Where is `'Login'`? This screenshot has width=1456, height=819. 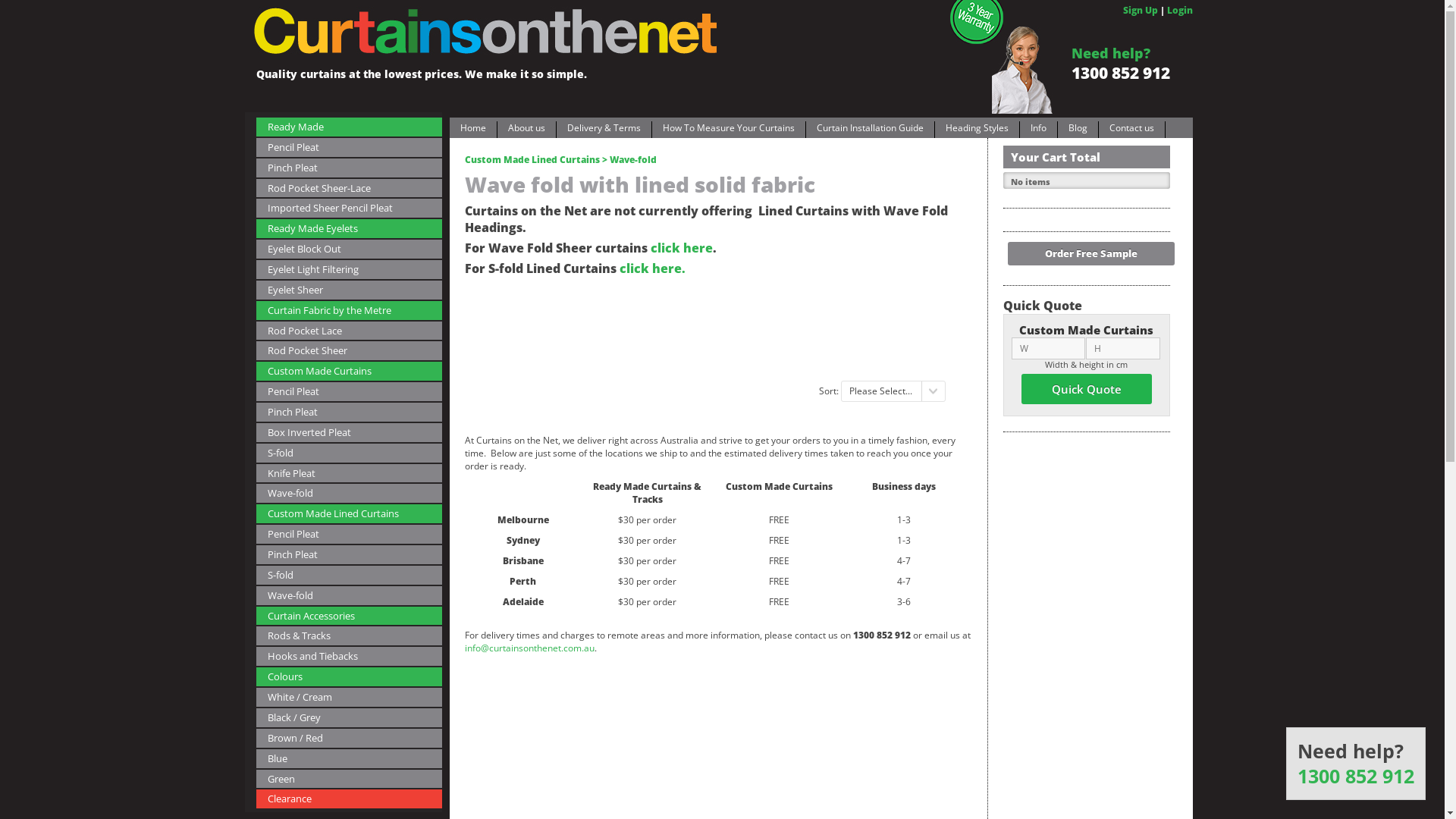
'Login' is located at coordinates (1178, 10).